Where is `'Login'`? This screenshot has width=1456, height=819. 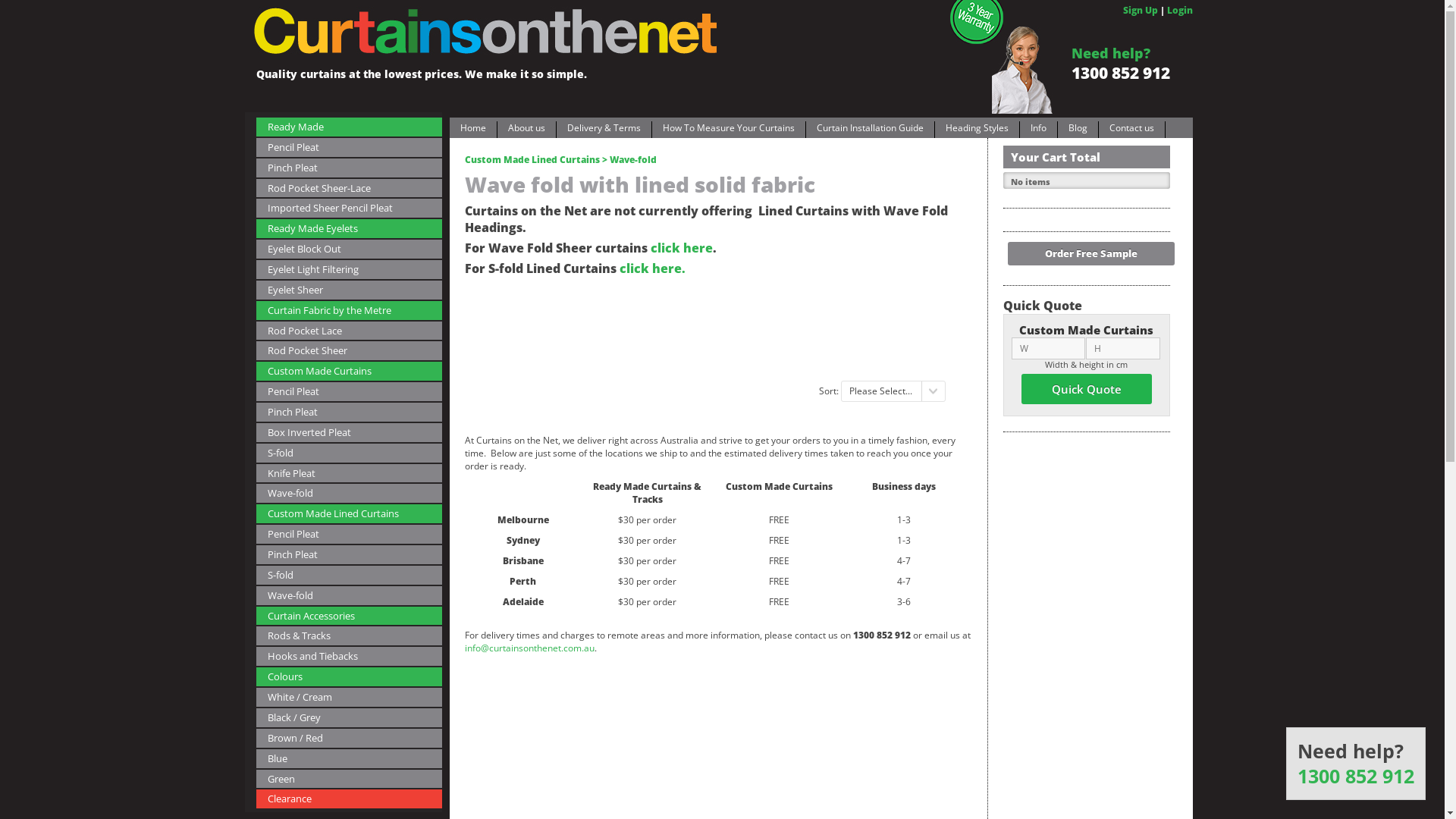
'Login' is located at coordinates (1178, 10).